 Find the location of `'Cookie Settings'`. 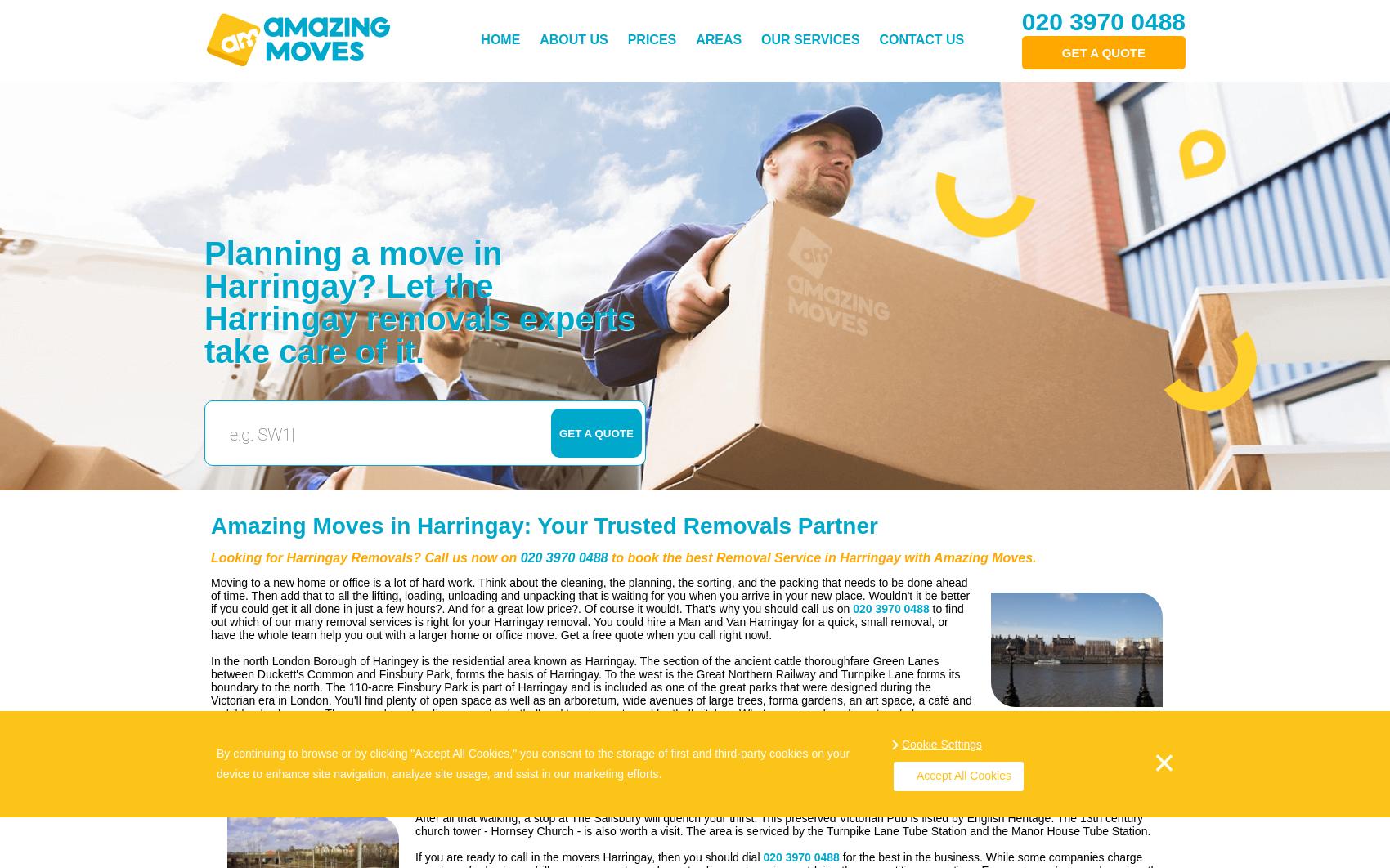

'Cookie Settings' is located at coordinates (941, 743).